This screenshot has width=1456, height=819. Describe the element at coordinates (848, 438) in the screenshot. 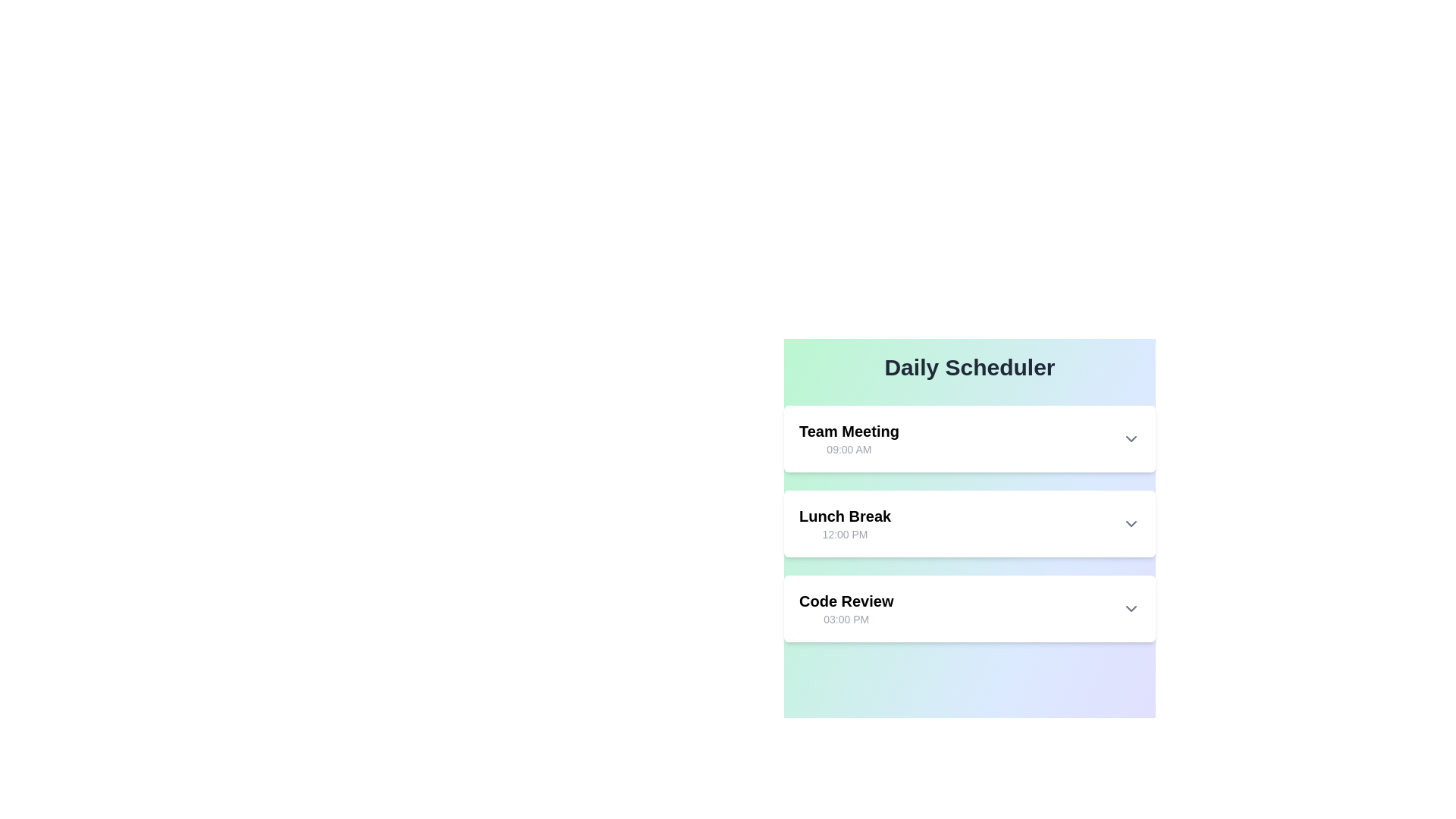

I see `event details displayed in the informational text block at the top of the 'Daily Scheduler' section, which contains the title and time of a scheduled event` at that location.